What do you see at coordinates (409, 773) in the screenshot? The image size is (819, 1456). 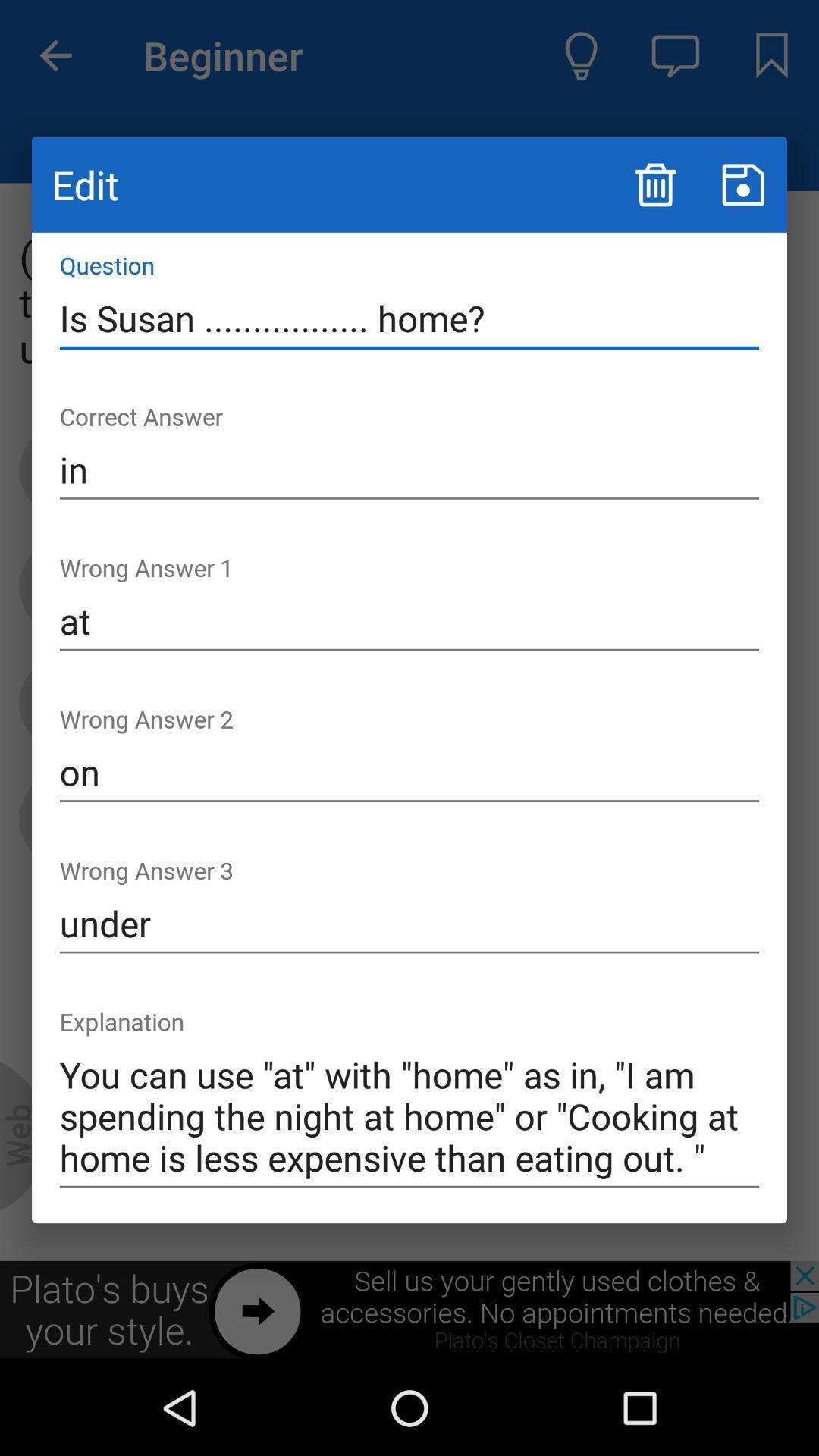 I see `item below the at item` at bounding box center [409, 773].